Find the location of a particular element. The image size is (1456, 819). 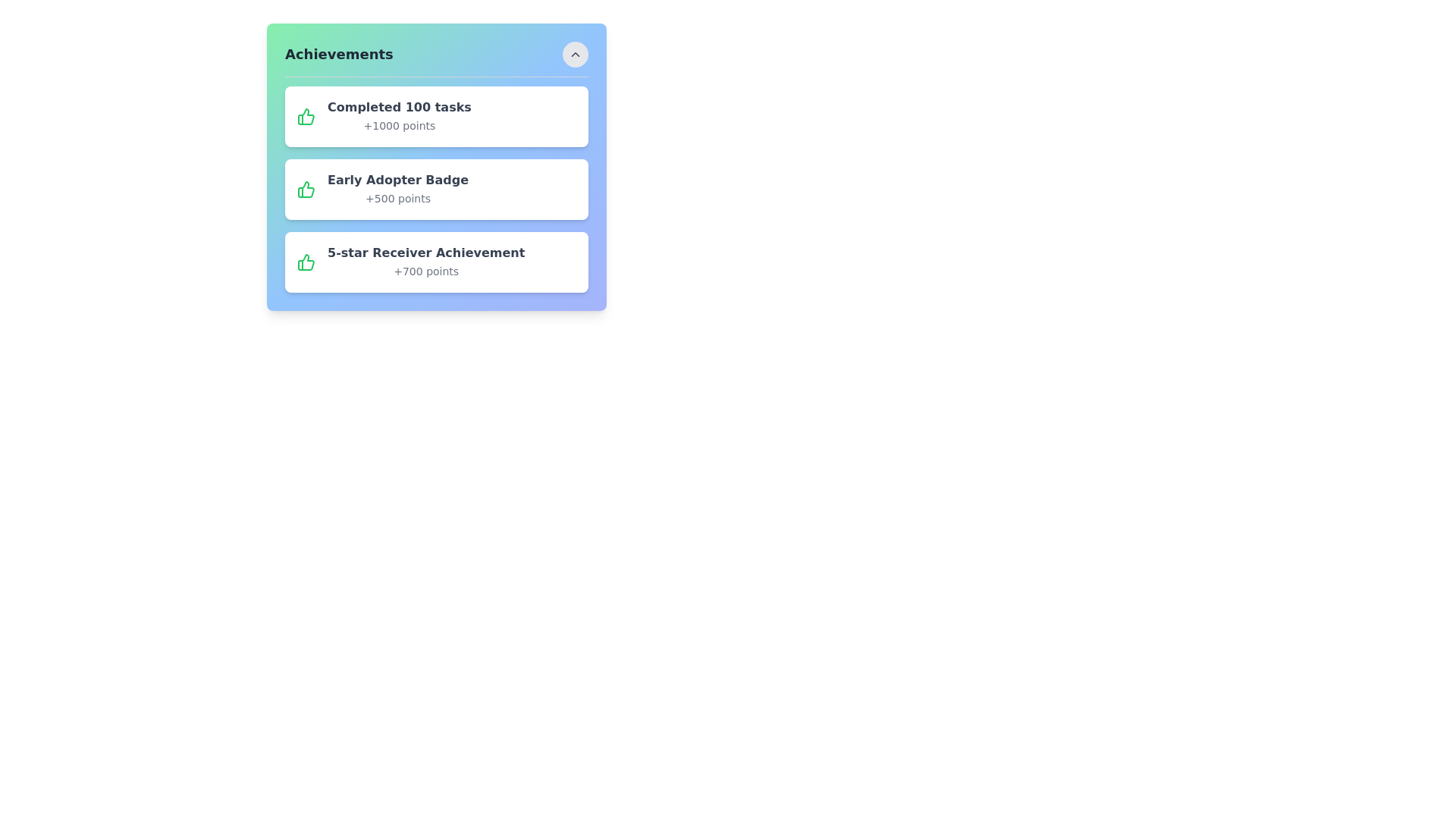

the circular button with a light gray background and a black chevron-up icon located at the top-right corner of the 'Achievements' section is located at coordinates (574, 54).